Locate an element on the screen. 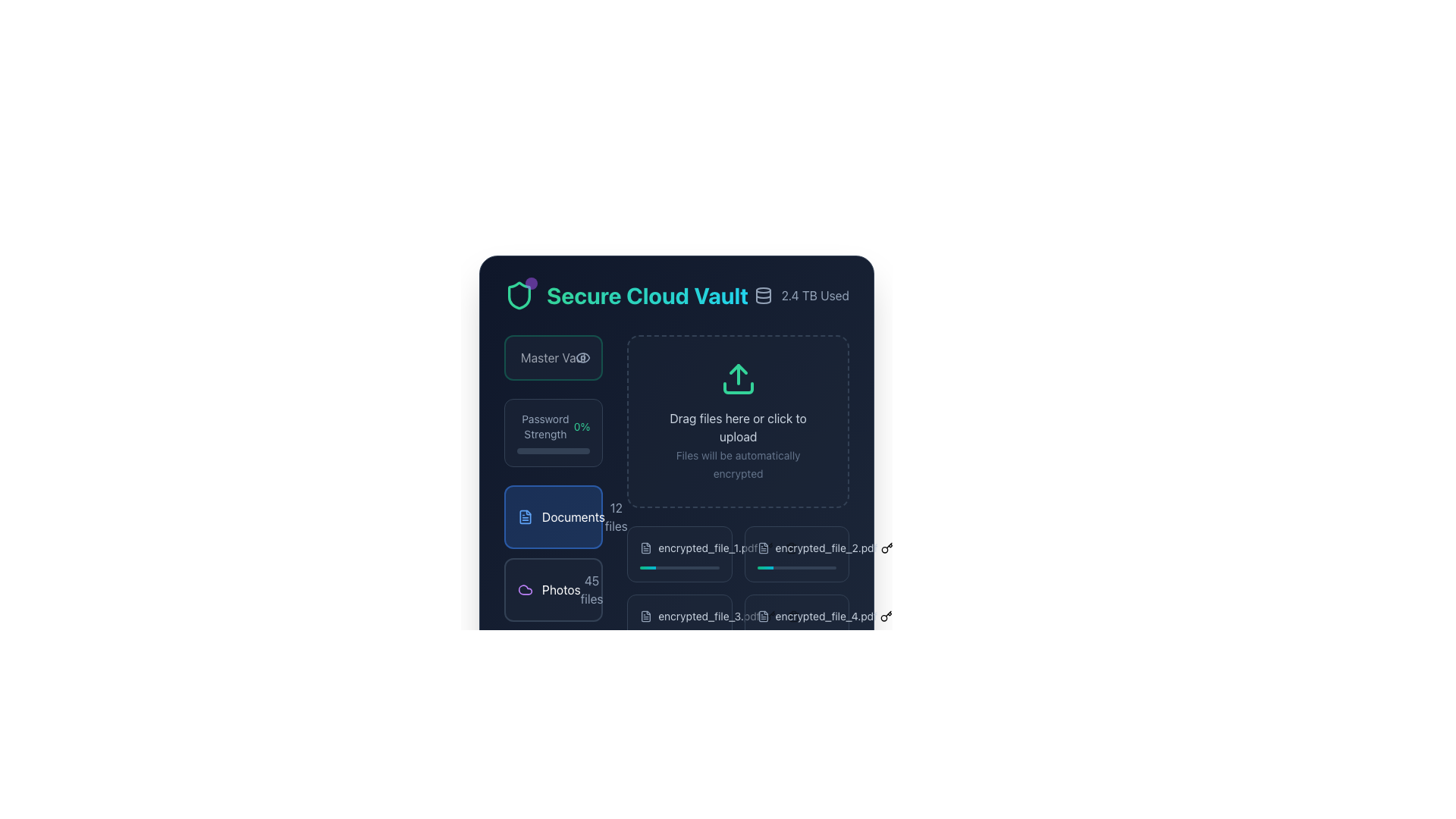 Image resolution: width=1456 pixels, height=819 pixels. the File upload area in the 'Secure Cloud Vault' interface is located at coordinates (676, 433).